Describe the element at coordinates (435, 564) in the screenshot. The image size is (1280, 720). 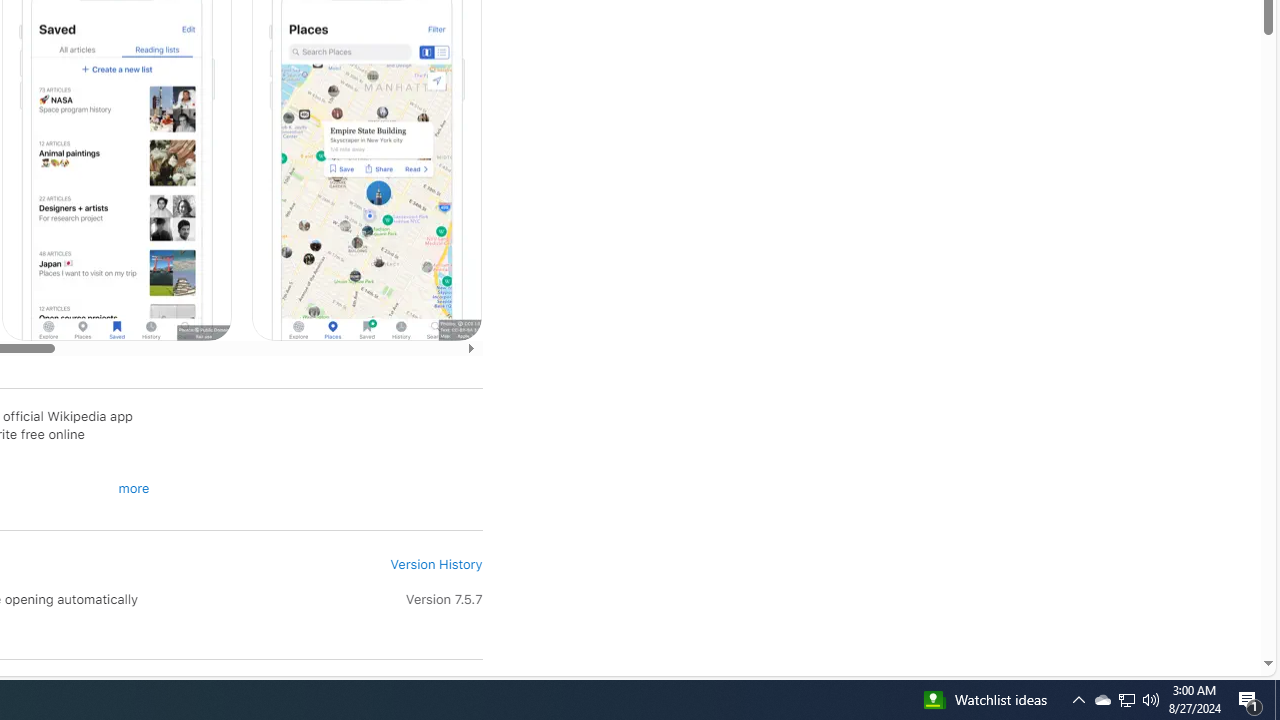
I see `'Version History'` at that location.